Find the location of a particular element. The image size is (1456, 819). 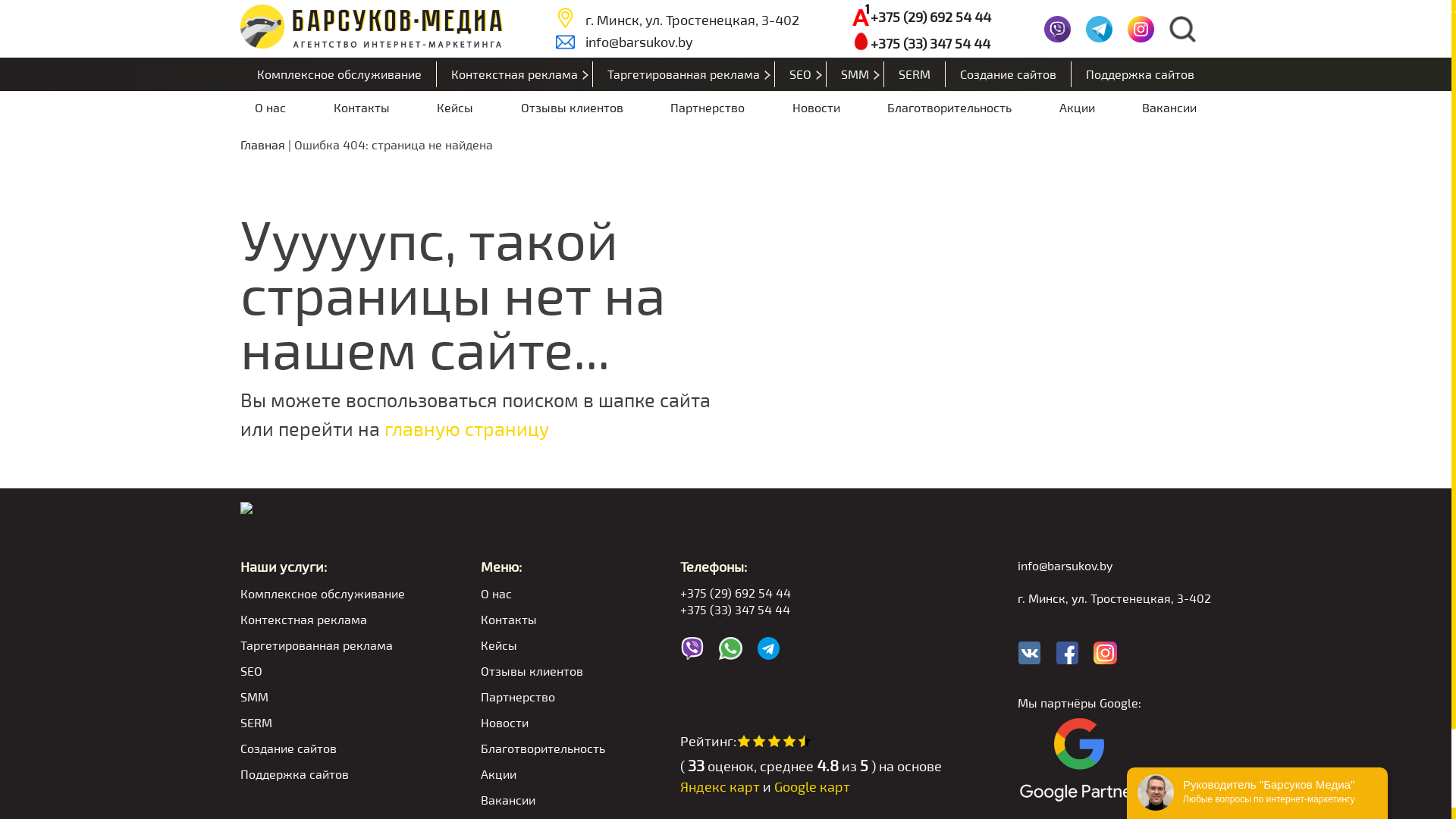

'SMM' is located at coordinates (322, 696).